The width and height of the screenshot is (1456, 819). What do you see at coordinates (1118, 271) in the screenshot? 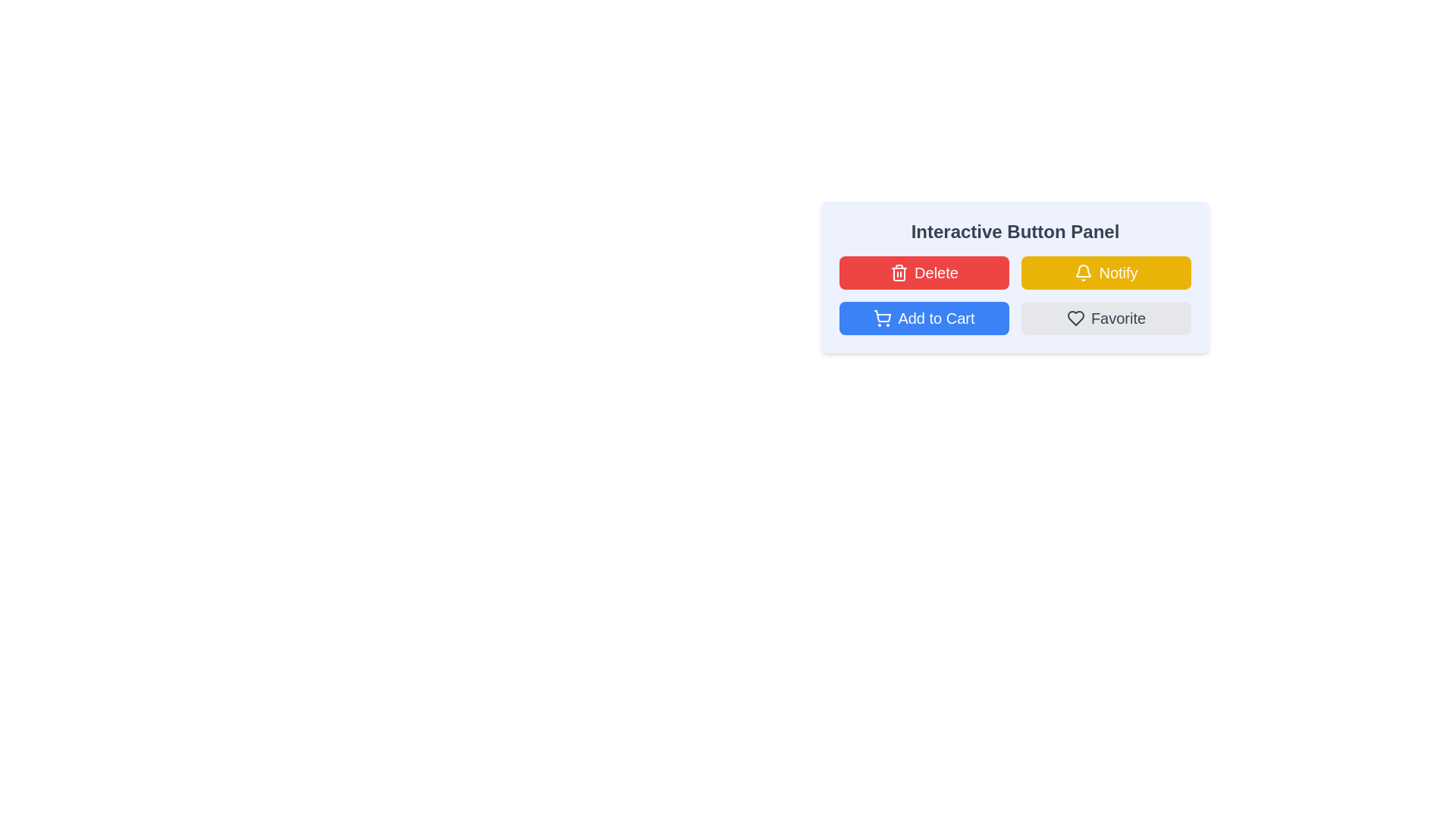
I see `the 'Notify' button, which is styled with a white font on a yellow background and features a bell icon, located in the top-right section of the button panel` at bounding box center [1118, 271].